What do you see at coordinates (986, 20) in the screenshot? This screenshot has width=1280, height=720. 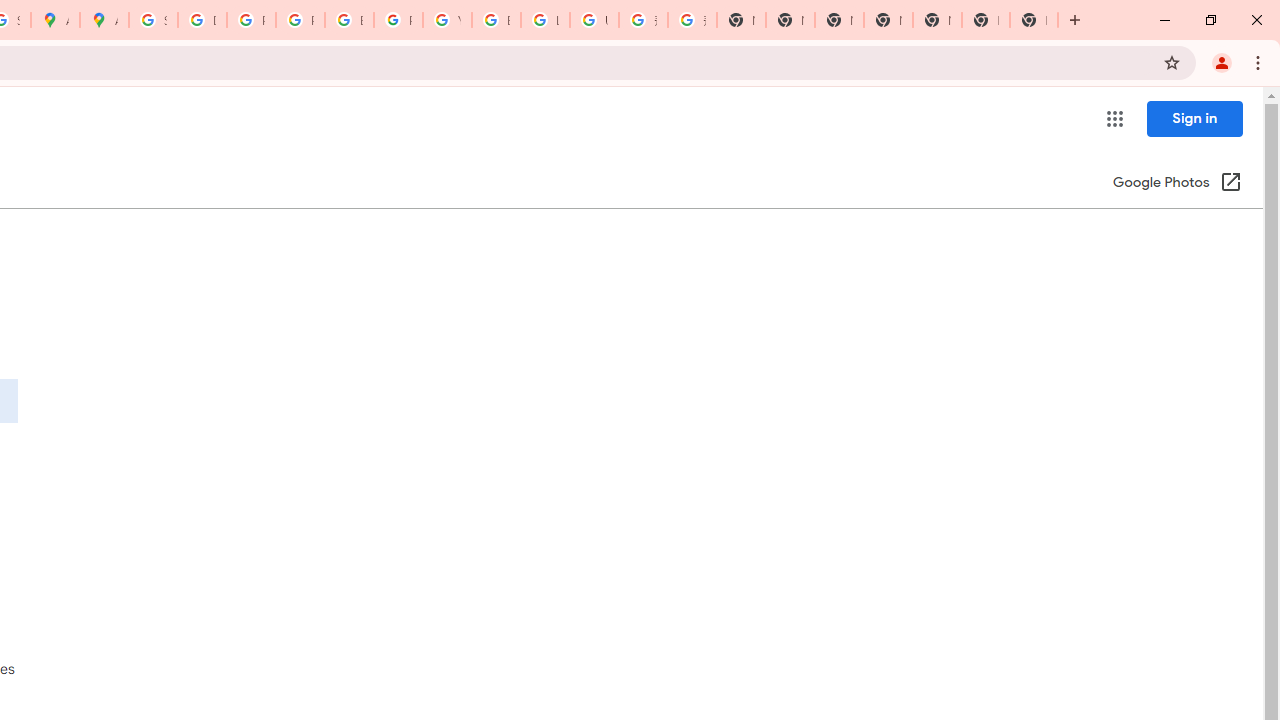 I see `'New Tab'` at bounding box center [986, 20].